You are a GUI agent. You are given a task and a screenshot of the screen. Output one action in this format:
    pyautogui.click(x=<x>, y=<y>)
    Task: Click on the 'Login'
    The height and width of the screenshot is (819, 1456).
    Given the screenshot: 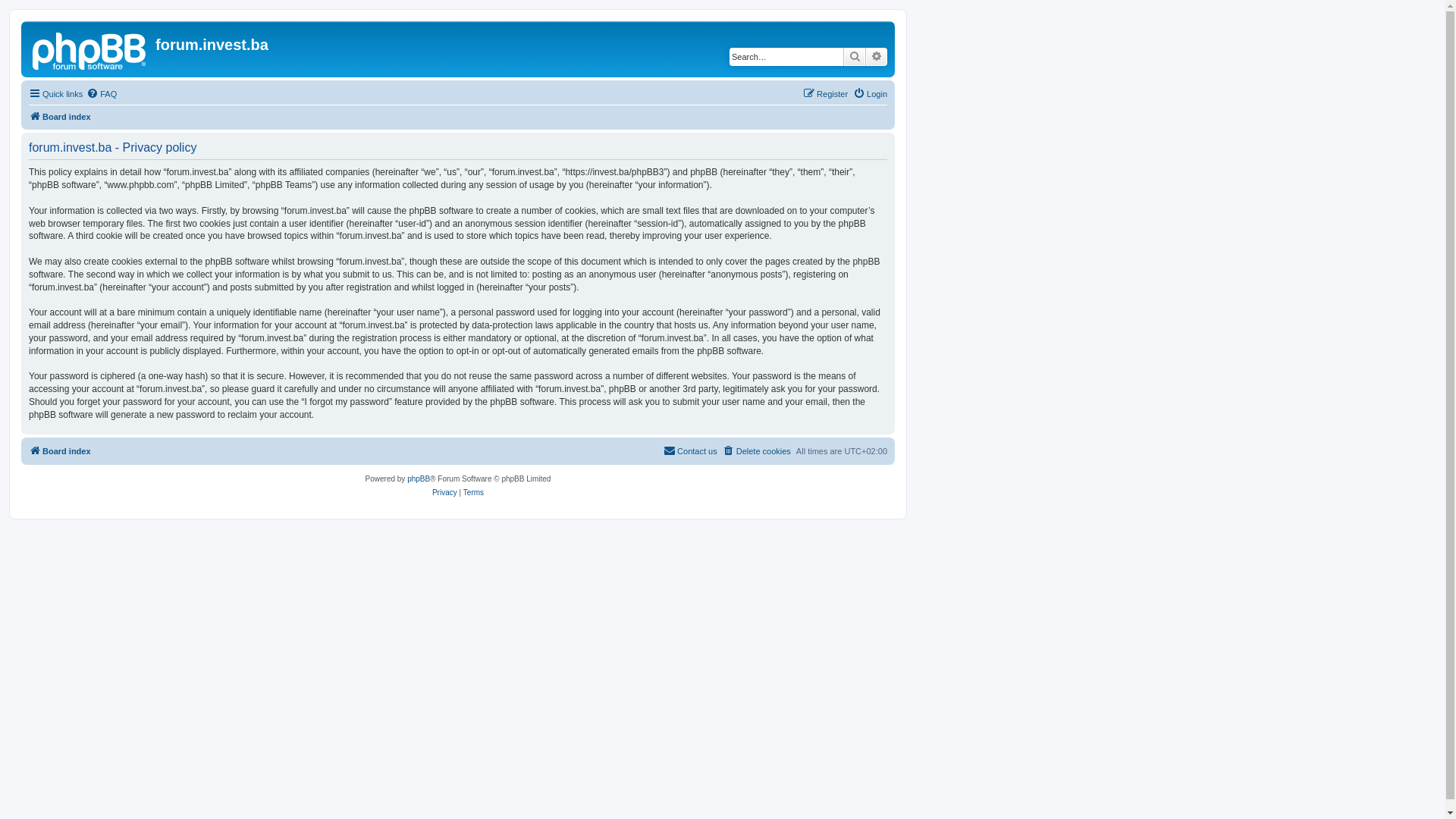 What is the action you would take?
    pyautogui.click(x=870, y=93)
    